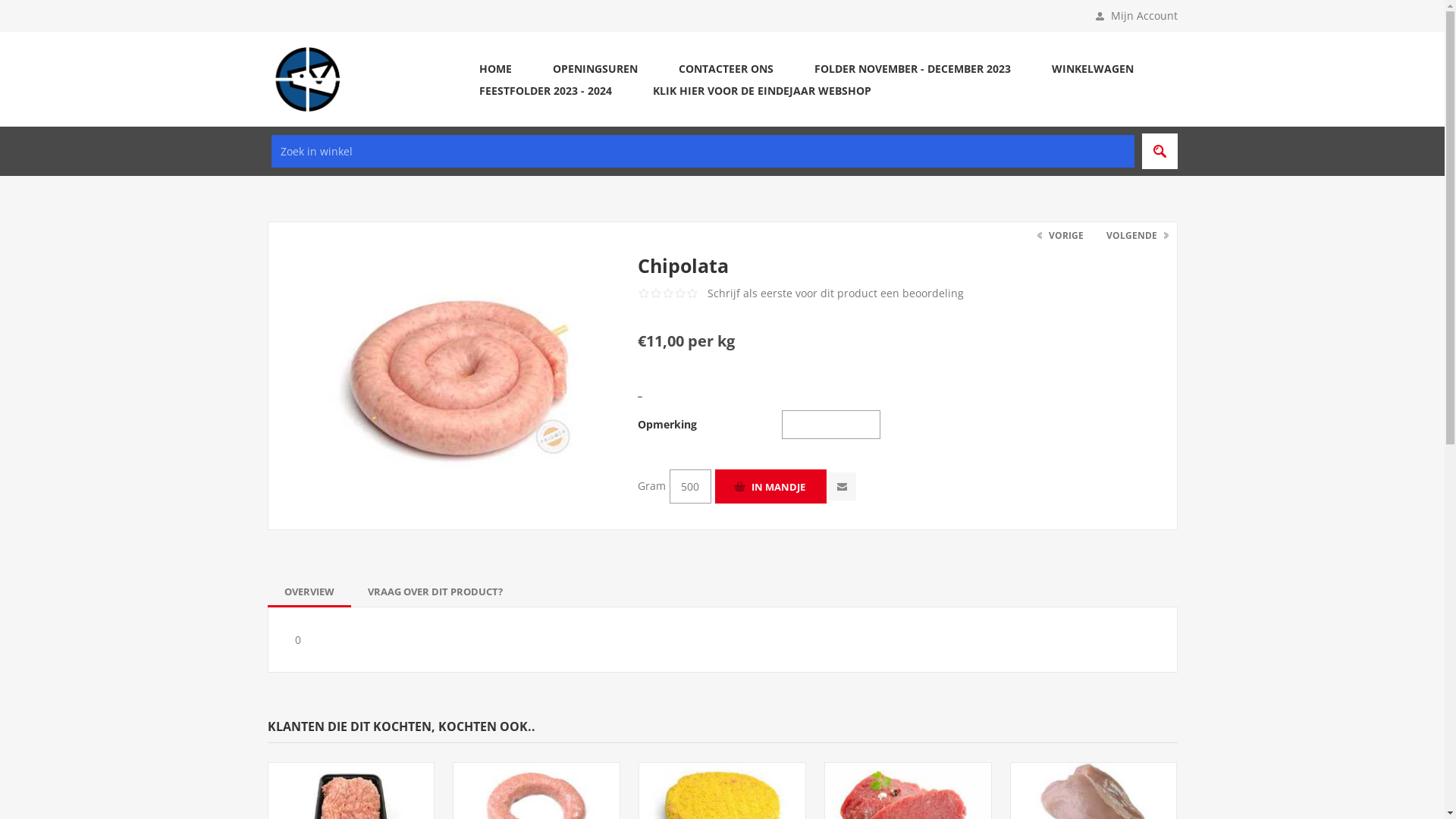  I want to click on 'Afbeelding van Chipolata', so click(459, 373).